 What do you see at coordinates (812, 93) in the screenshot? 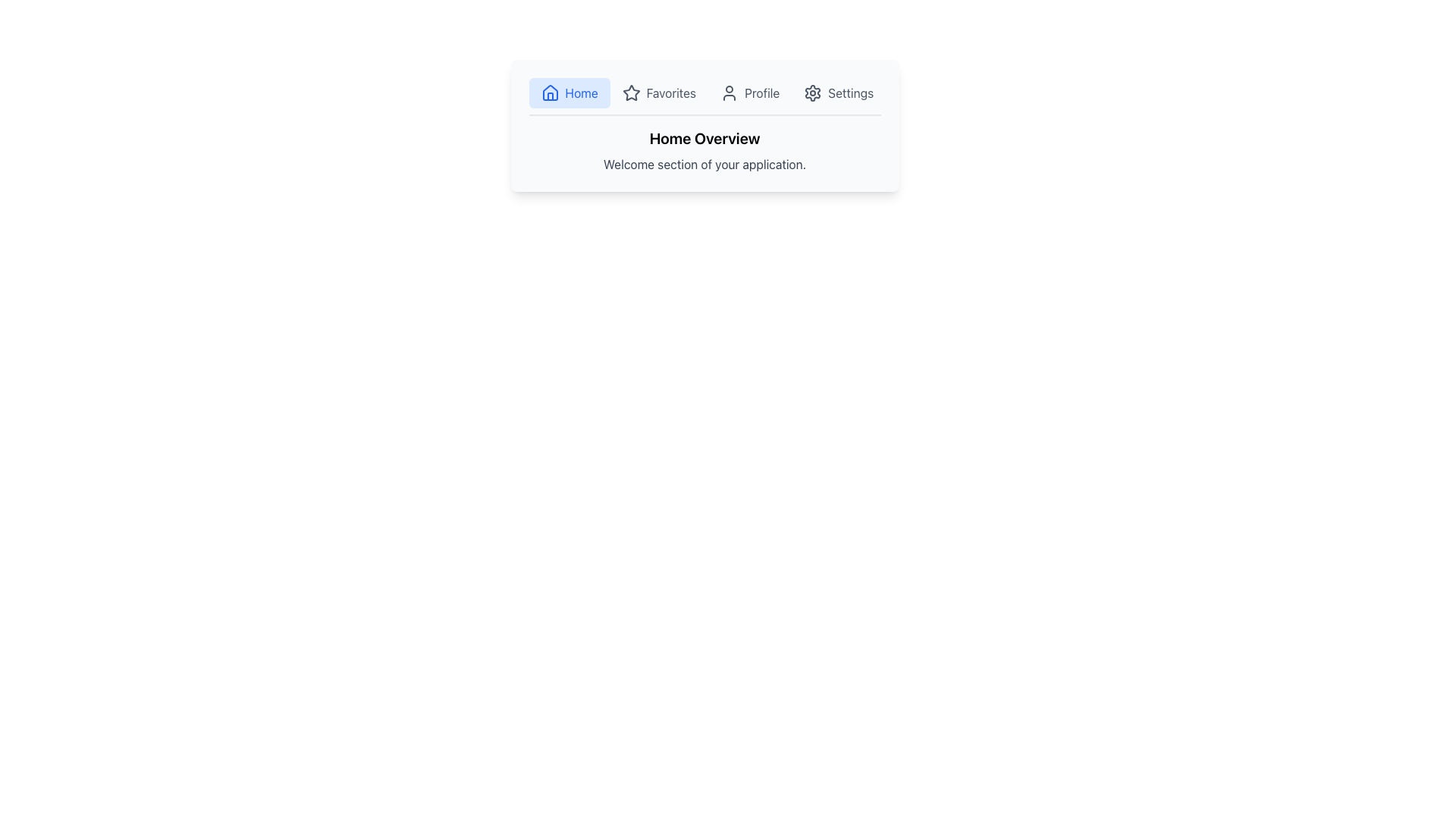
I see `the settings icon in the horizontal menu bar` at bounding box center [812, 93].